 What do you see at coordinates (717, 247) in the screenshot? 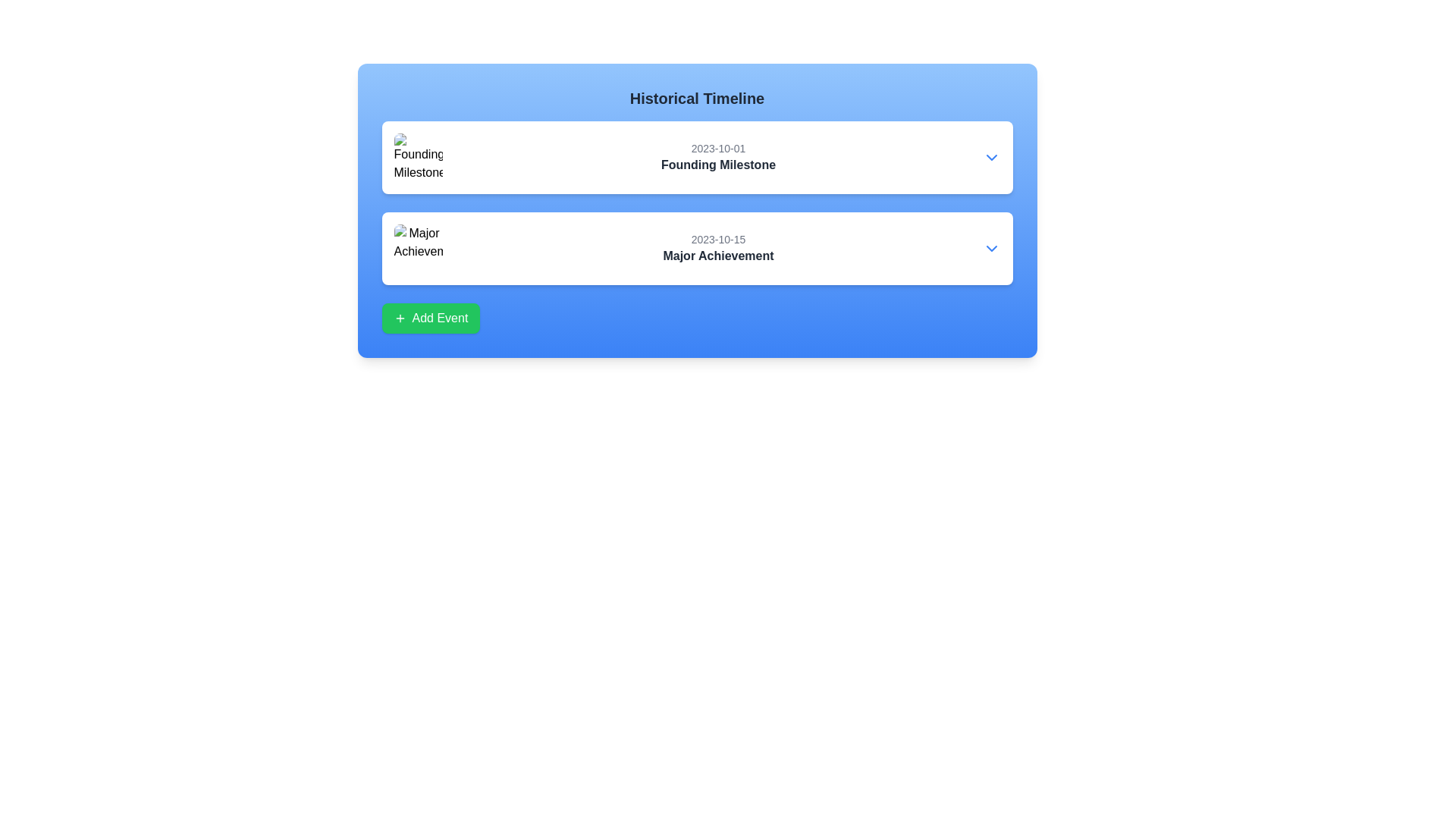
I see `the text block containing the title 'Major Achievement' and subtitle '2023-10-15'` at bounding box center [717, 247].